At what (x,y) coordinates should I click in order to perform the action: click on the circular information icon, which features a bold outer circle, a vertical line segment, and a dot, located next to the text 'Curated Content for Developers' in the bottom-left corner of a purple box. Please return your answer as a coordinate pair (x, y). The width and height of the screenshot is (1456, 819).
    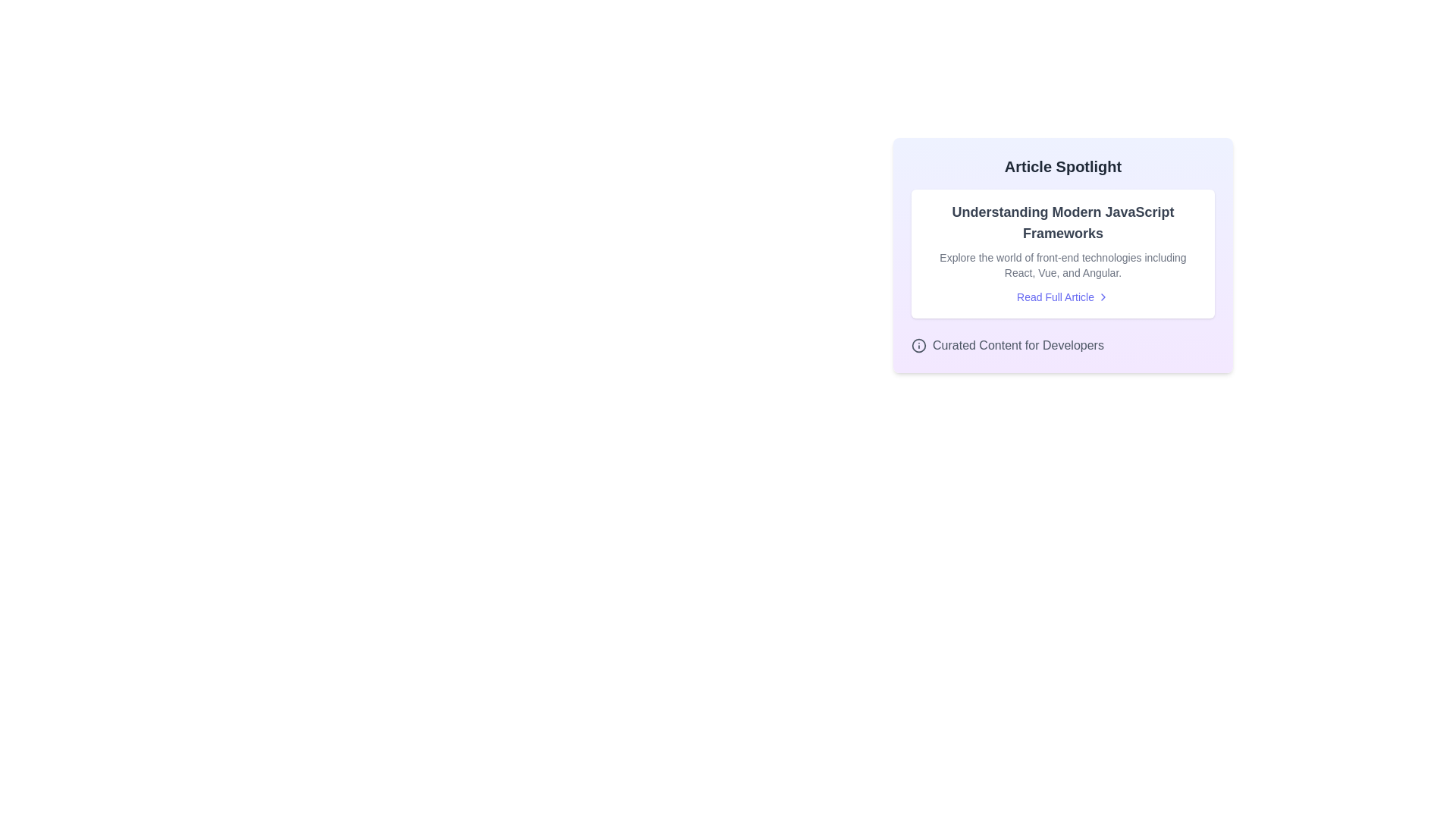
    Looking at the image, I should click on (918, 345).